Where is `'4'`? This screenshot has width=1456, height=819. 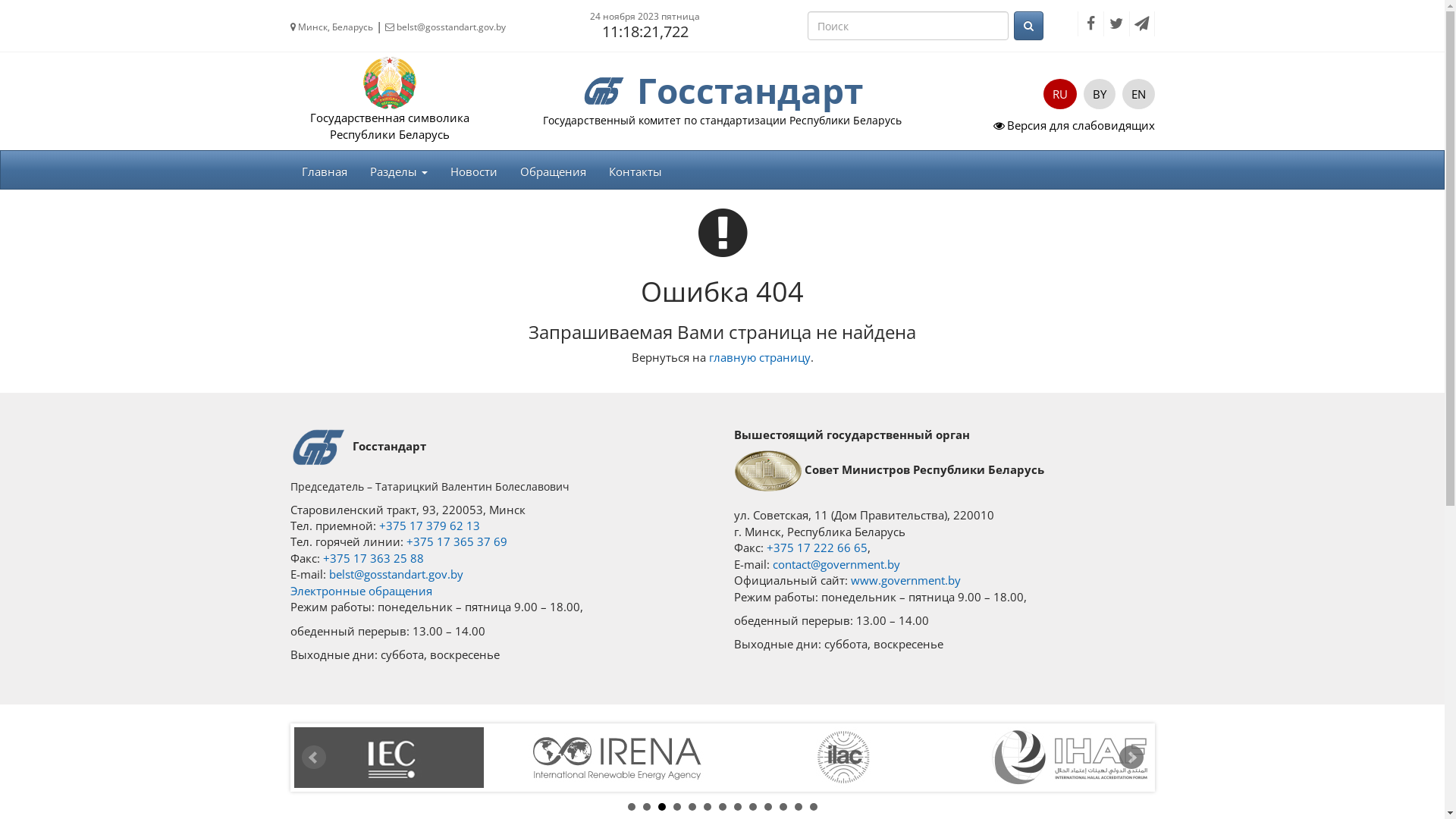
'4' is located at coordinates (673, 806).